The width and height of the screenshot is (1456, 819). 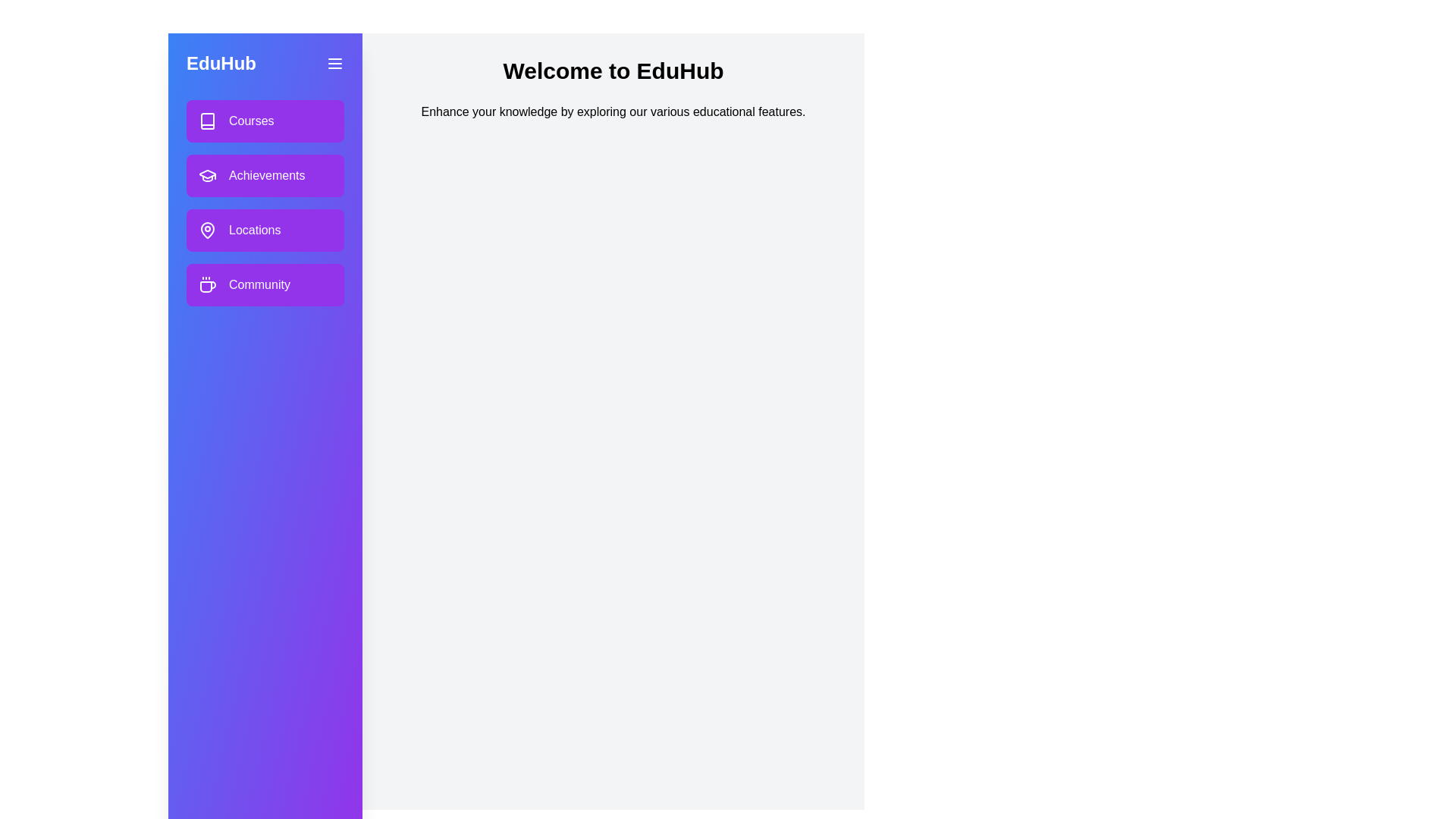 I want to click on menu button to toggle the drawer visibility, so click(x=334, y=63).